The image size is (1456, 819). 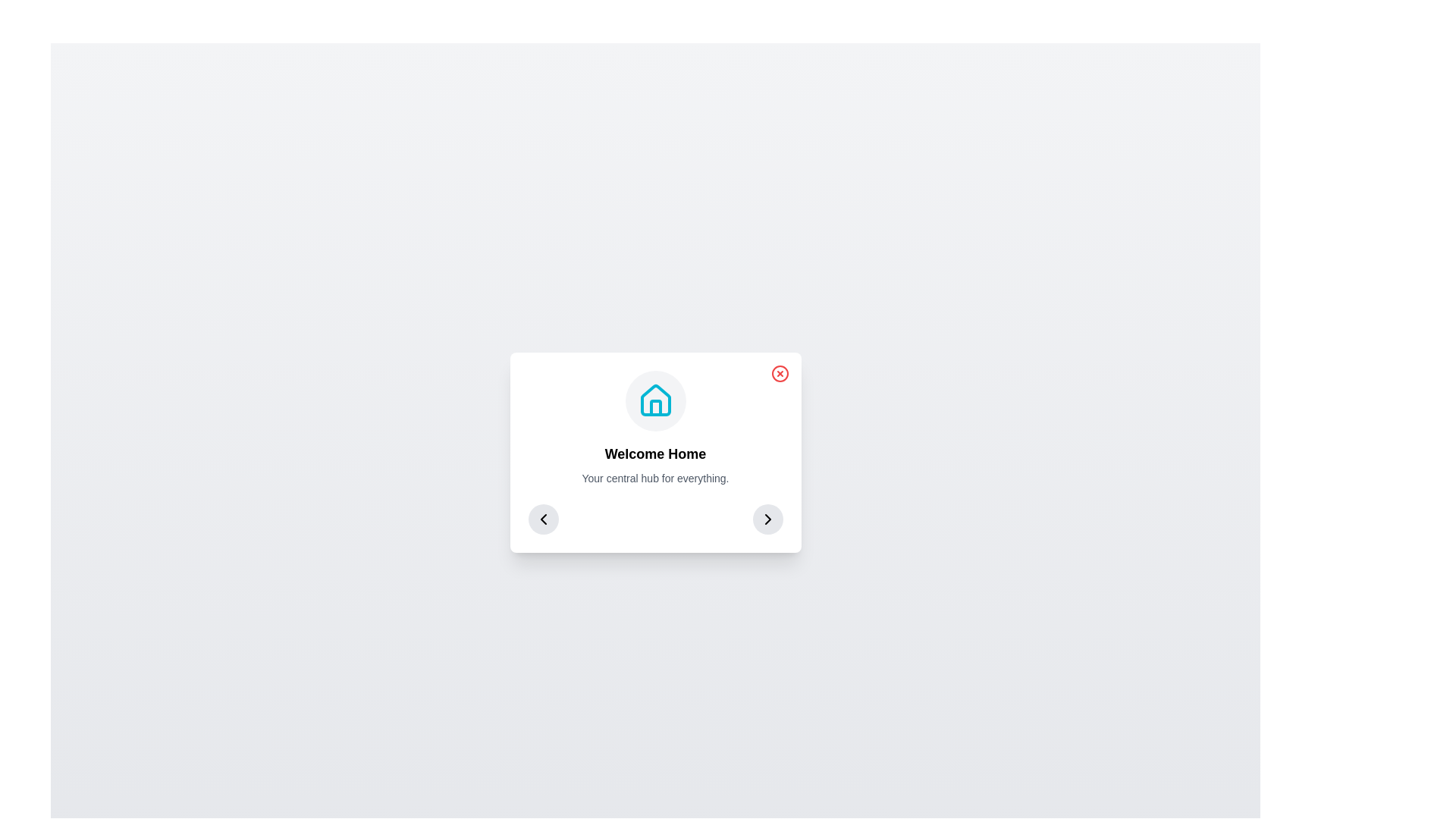 What do you see at coordinates (655, 400) in the screenshot?
I see `the 'home' SVG icon located in the center of the card interface, above the 'Welcome Home' text and its subtitle` at bounding box center [655, 400].